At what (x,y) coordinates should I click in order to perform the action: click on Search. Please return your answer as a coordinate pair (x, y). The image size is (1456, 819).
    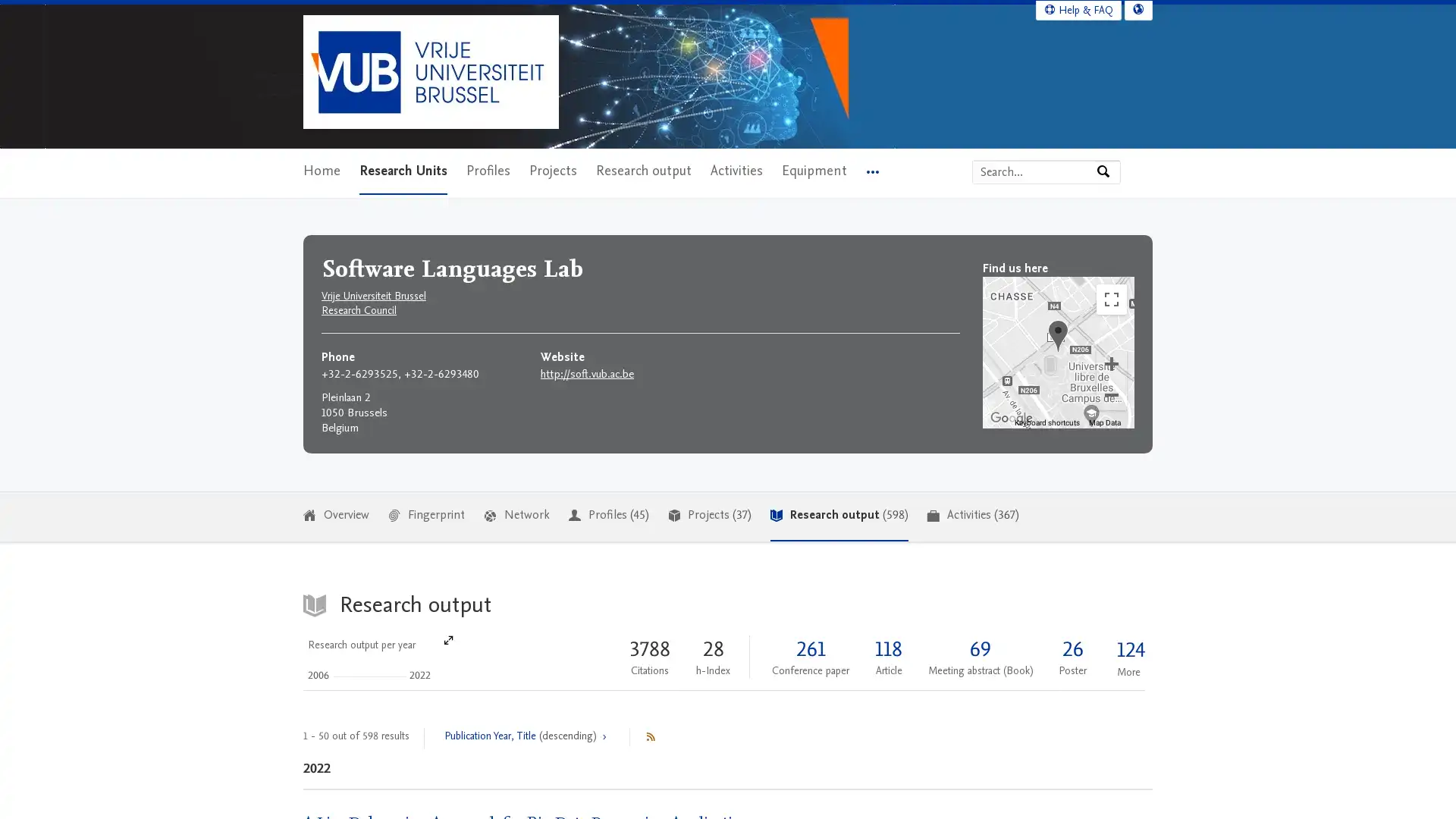
    Looking at the image, I should click on (1107, 171).